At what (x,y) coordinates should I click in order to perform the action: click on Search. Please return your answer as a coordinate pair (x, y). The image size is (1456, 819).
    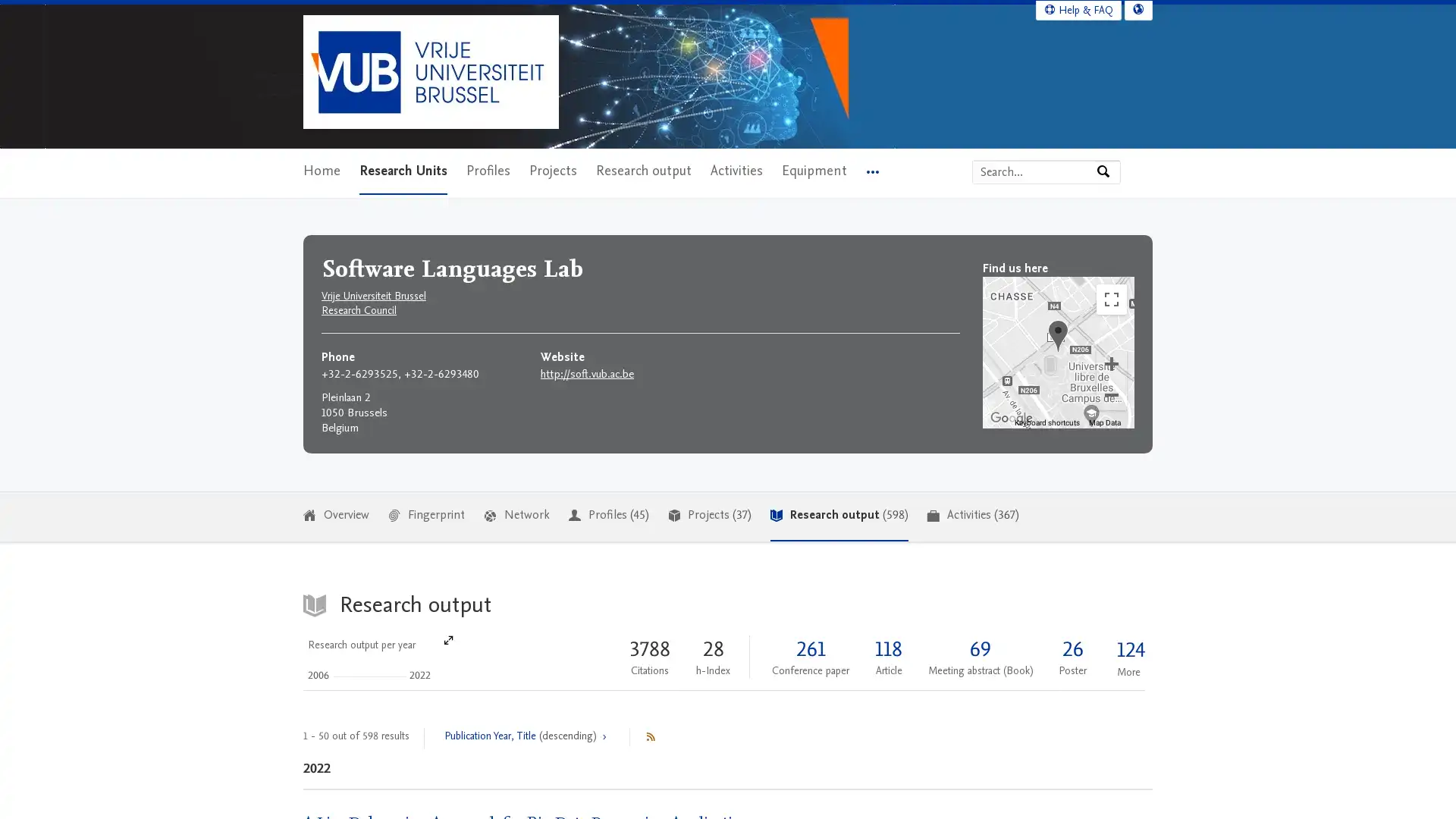
    Looking at the image, I should click on (1107, 171).